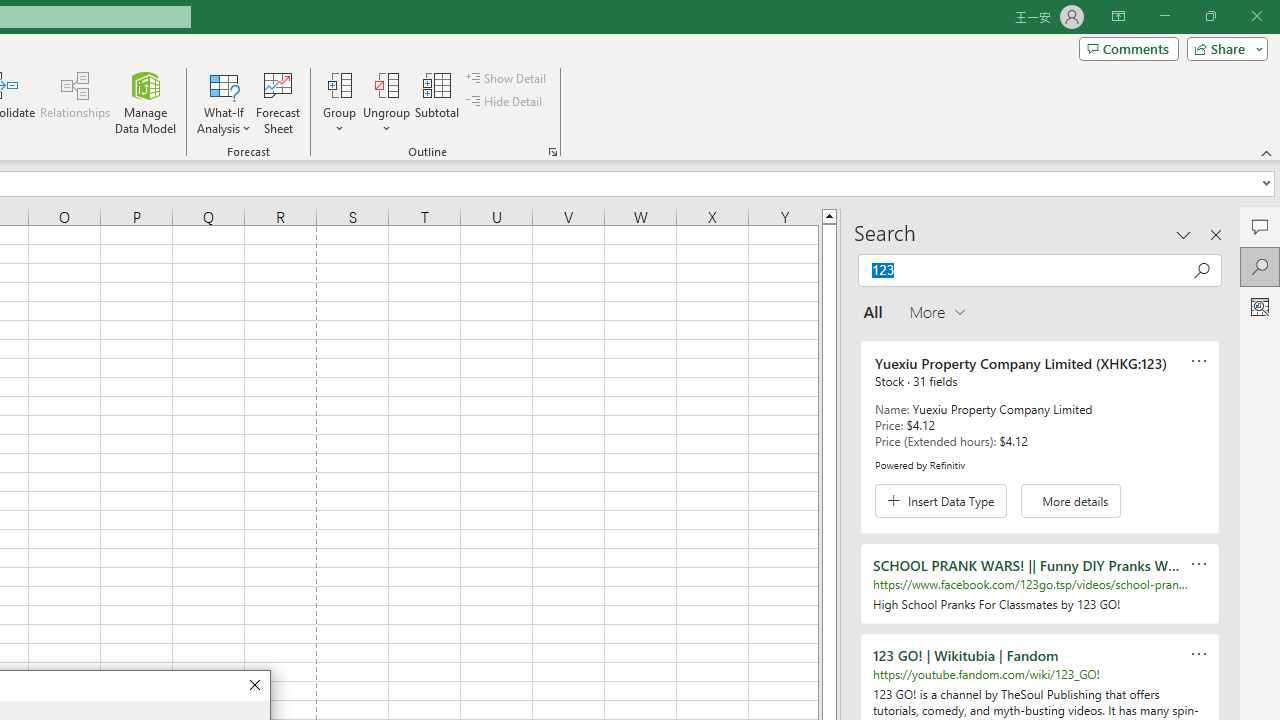 Image resolution: width=1280 pixels, height=720 pixels. I want to click on 'Comments', so click(1128, 47).